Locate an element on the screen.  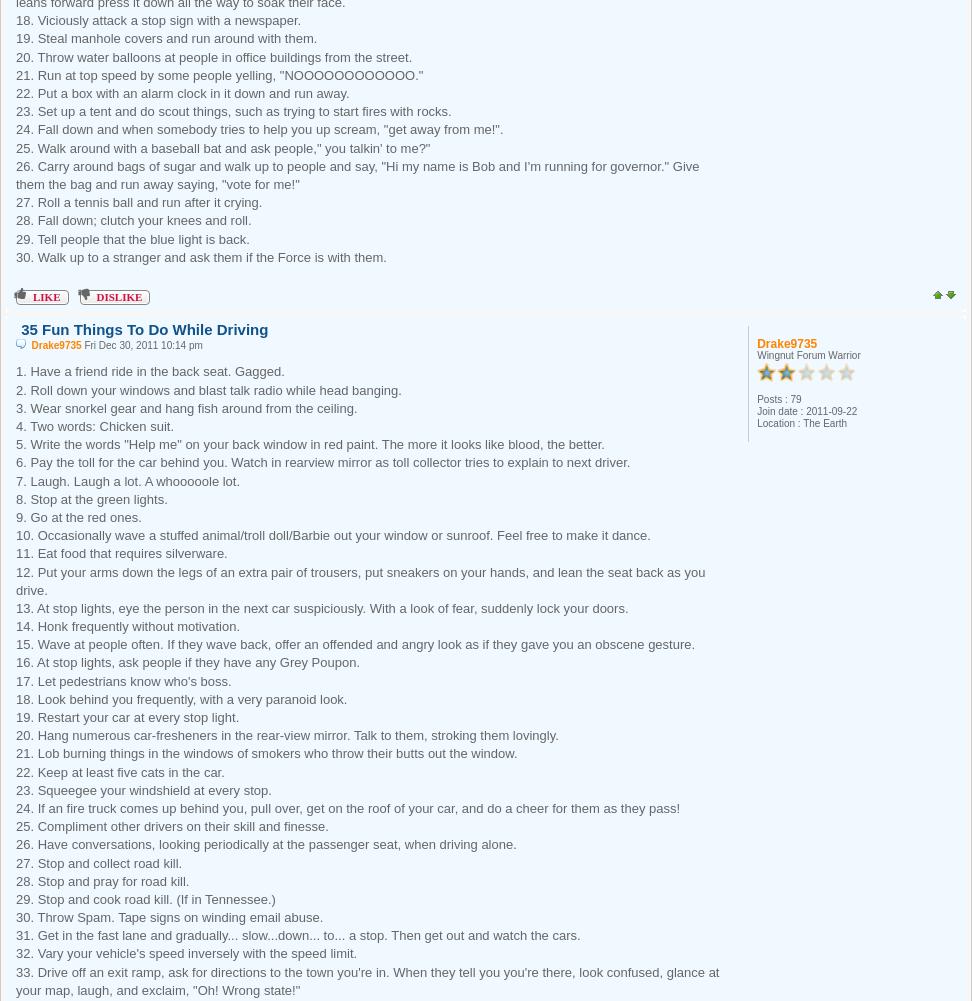
'2. Roll down your windows and blast talk radio while head banging.' is located at coordinates (207, 388).